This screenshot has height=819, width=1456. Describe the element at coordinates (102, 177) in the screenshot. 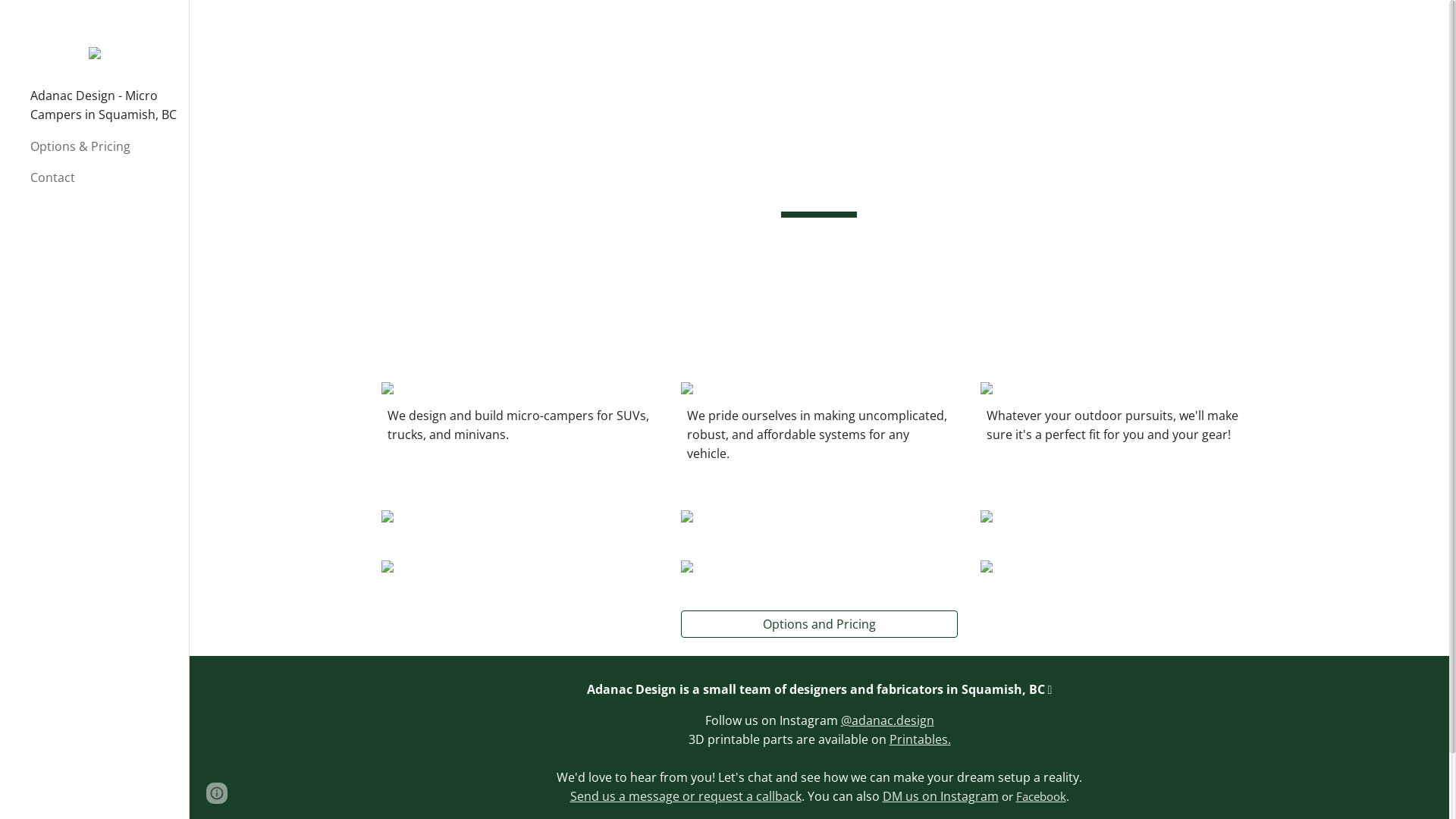

I see `'Contact'` at that location.